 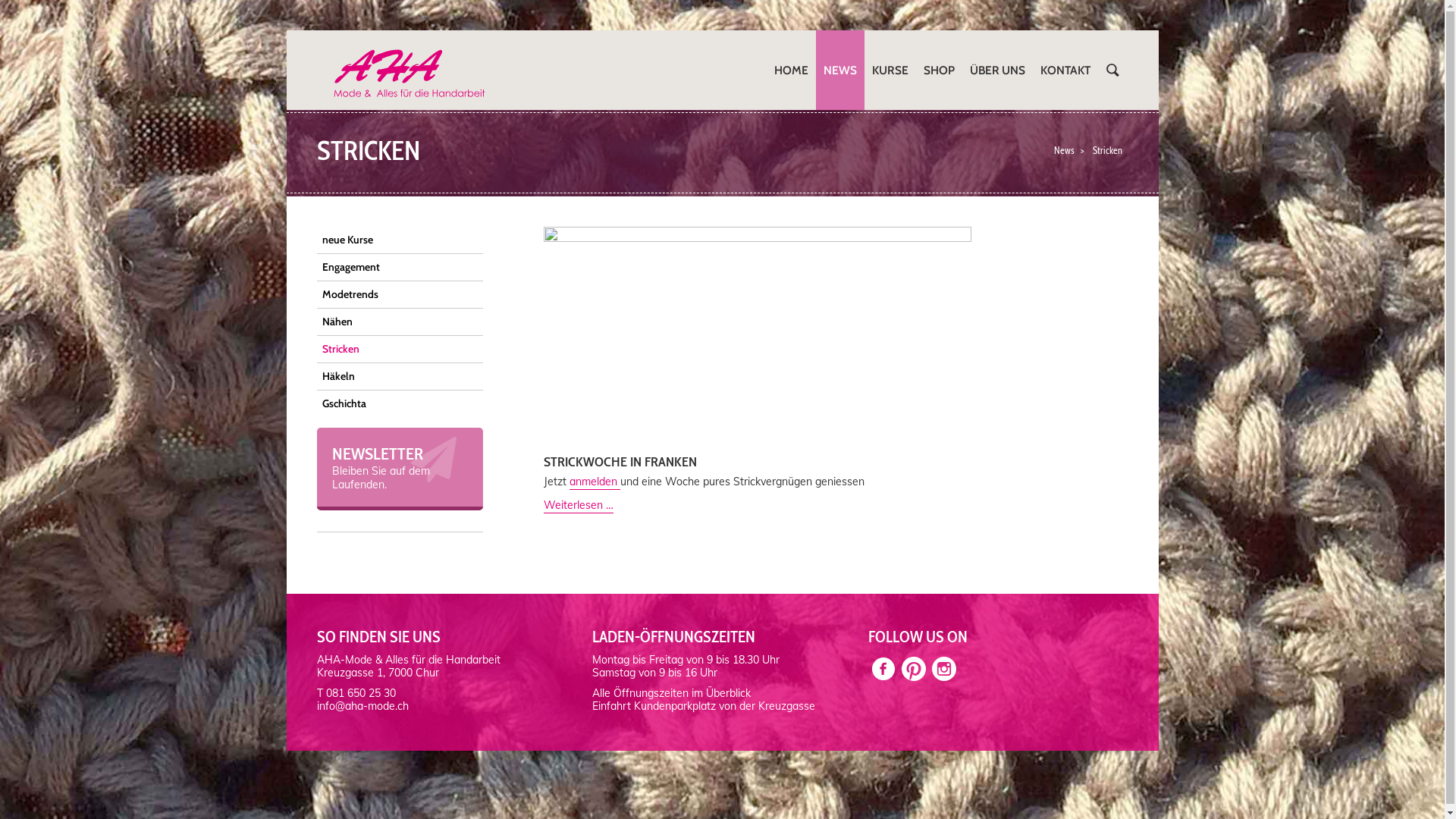 I want to click on 'Modetrends', so click(x=400, y=295).